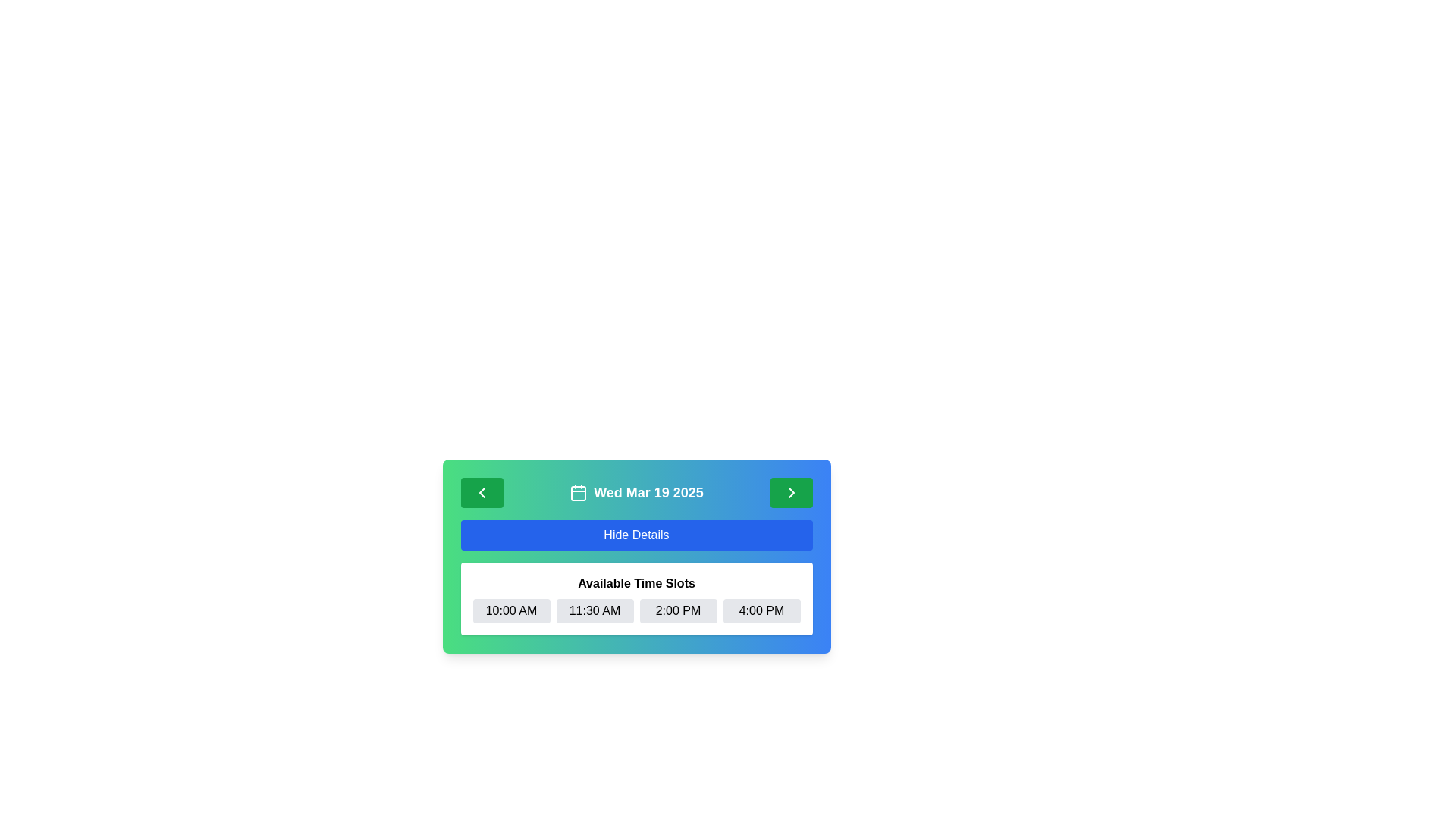 The width and height of the screenshot is (1456, 819). Describe the element at coordinates (636, 493) in the screenshot. I see `the Text with icon label that displays the selected date, located at the center of the header widget` at that location.